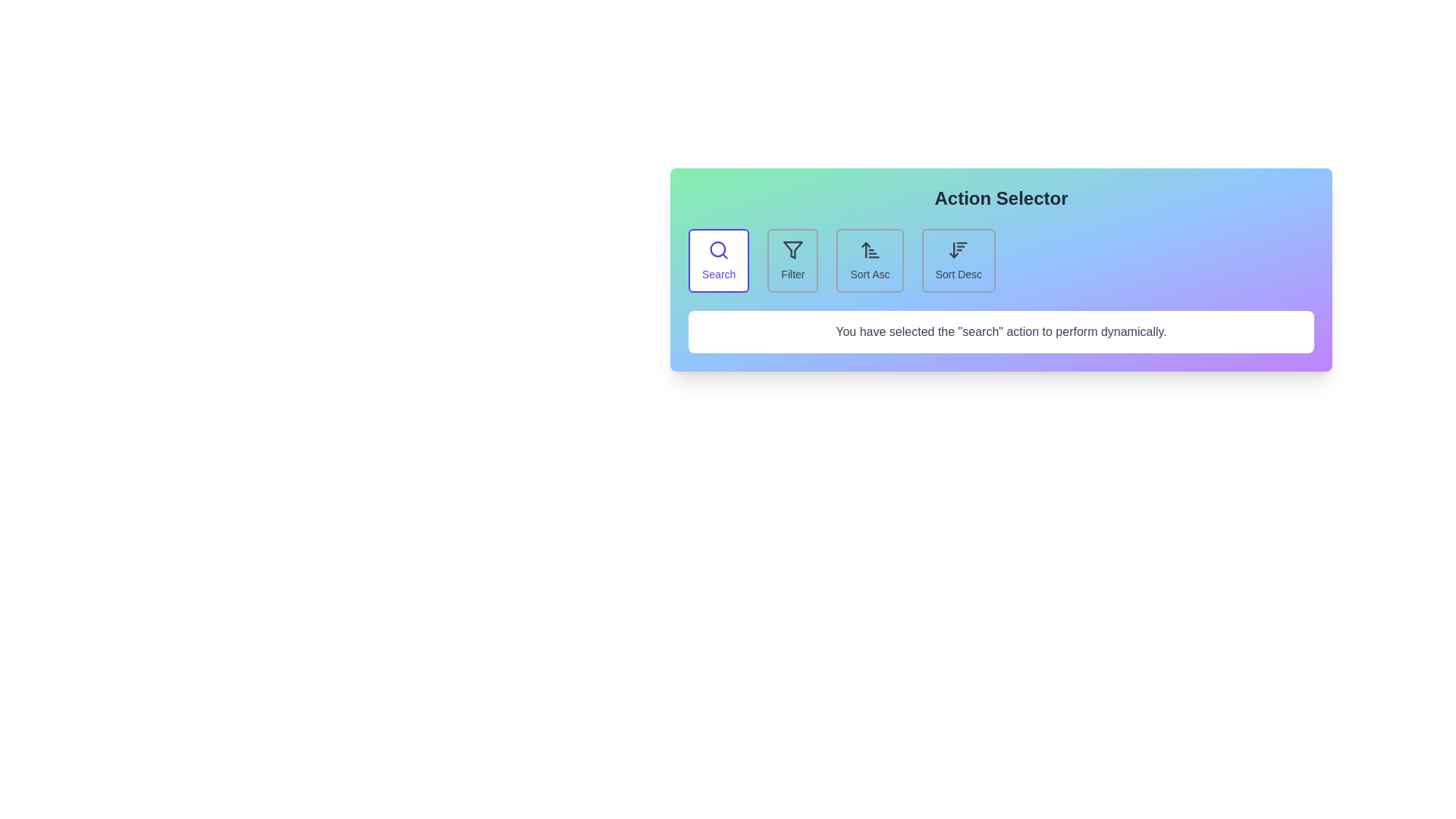  What do you see at coordinates (870, 259) in the screenshot?
I see `the 'Sort Asc' button, which has a rounded rectangular shape with an upward arrow icon and is the third button in a group of four, to sort items in ascending order` at bounding box center [870, 259].